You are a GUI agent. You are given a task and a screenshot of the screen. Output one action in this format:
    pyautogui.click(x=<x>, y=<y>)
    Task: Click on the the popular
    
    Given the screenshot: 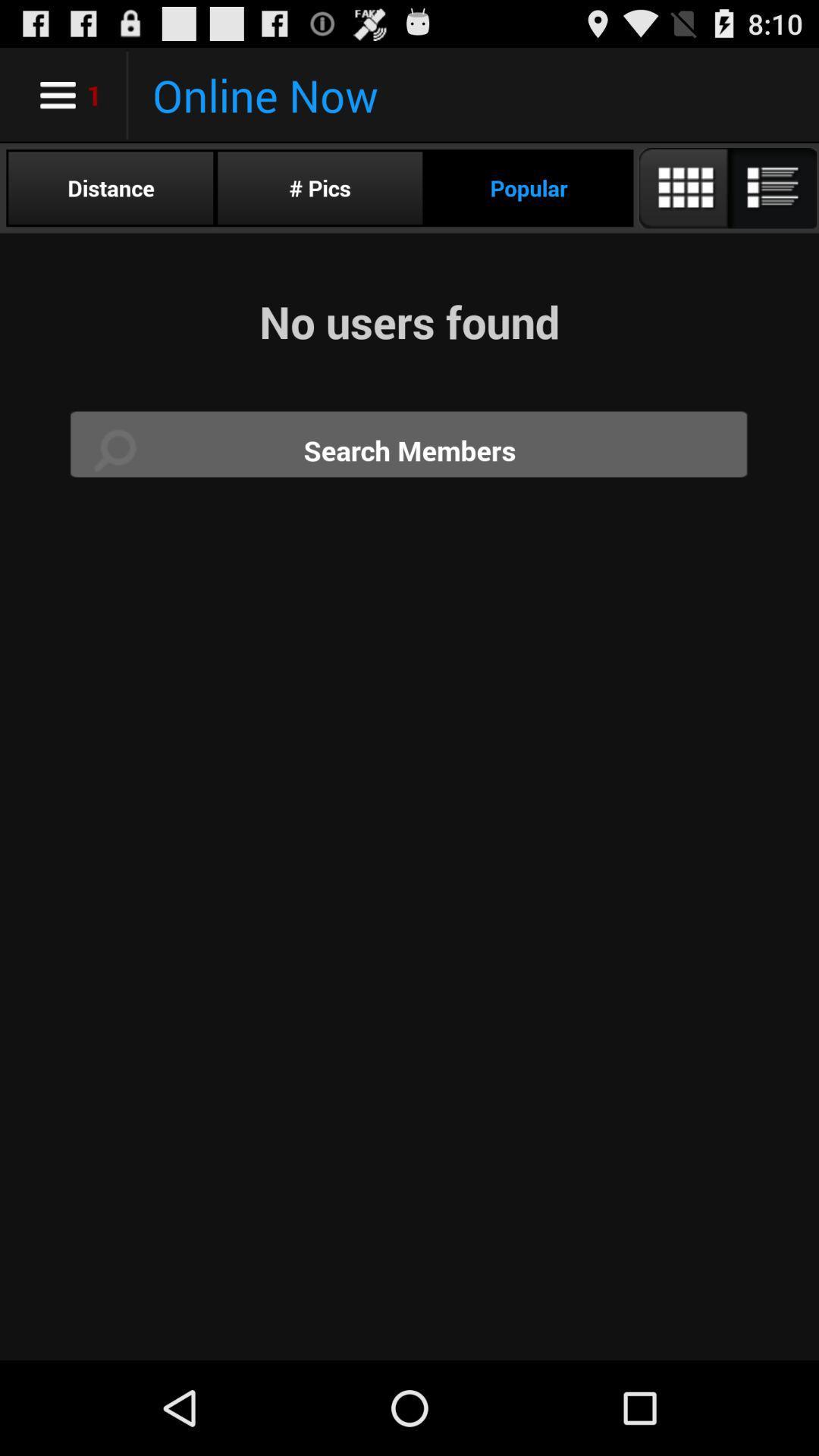 What is the action you would take?
    pyautogui.click(x=528, y=187)
    